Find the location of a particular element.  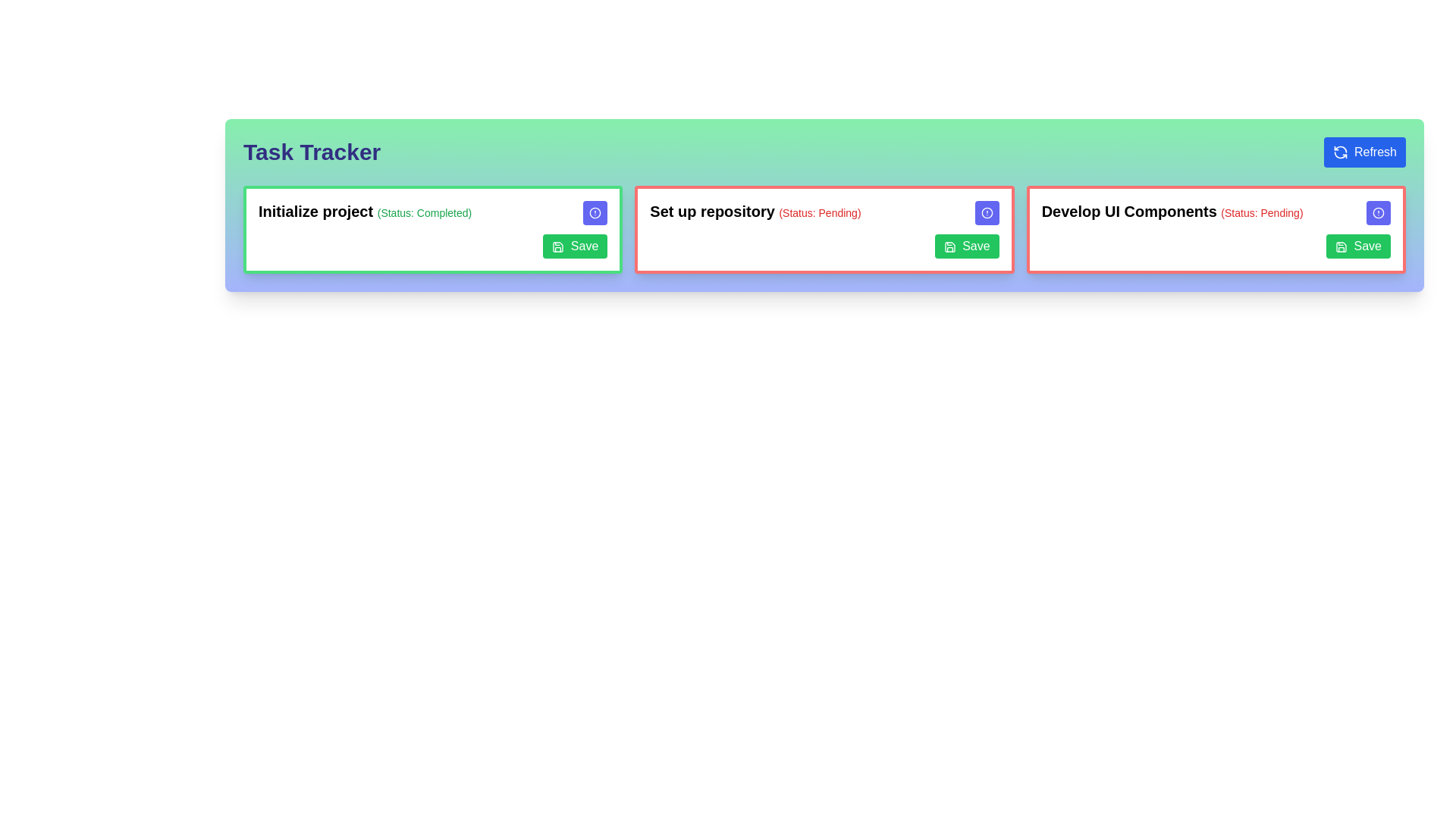

task information displayed on the card labeled 'Initialize project (Status: Completed)' which is positioned at the leftmost in a grid layout is located at coordinates (432, 230).